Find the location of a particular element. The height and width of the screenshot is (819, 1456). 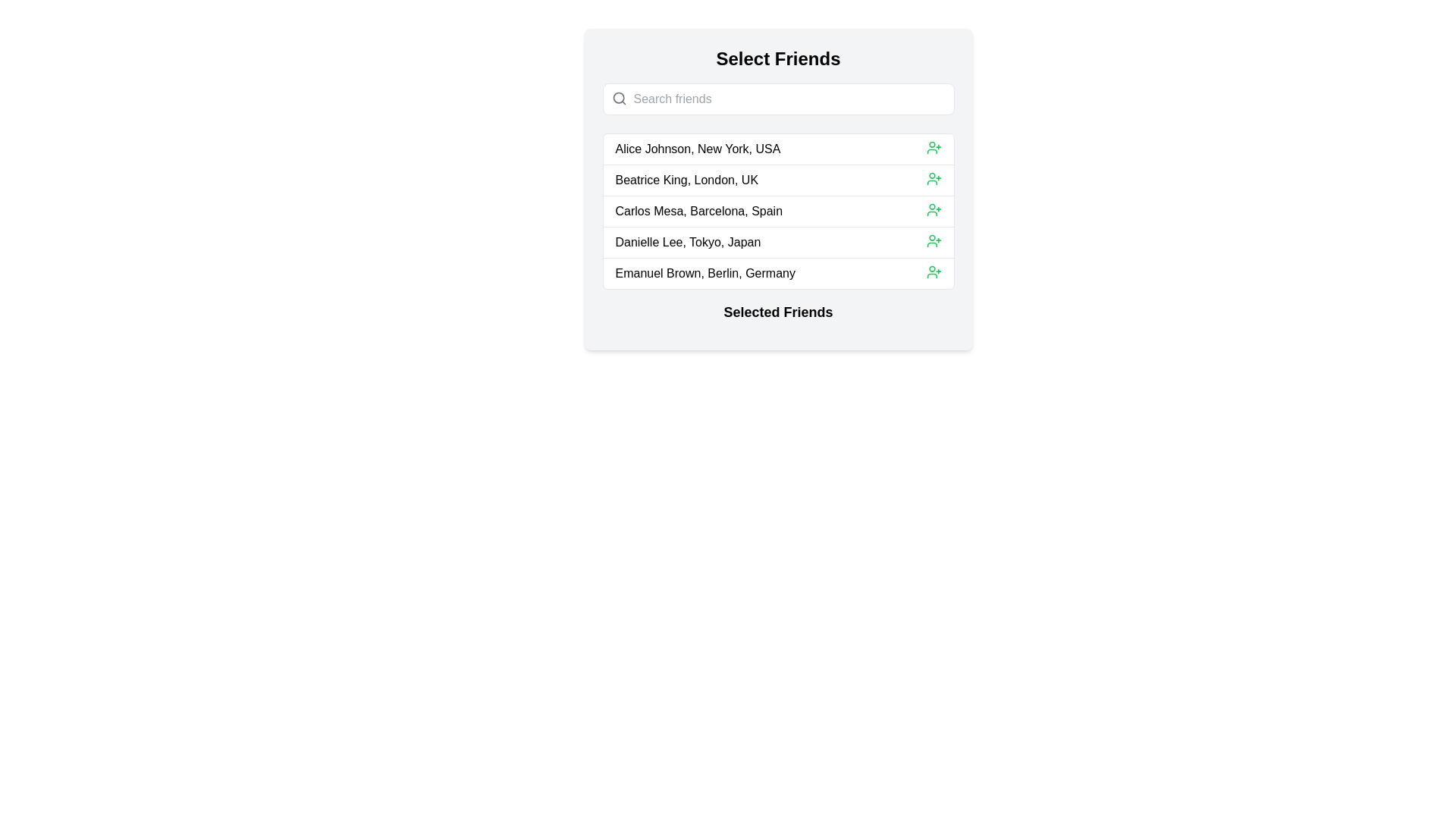

the circular graphical feature located inside the magnifying glass icon in the 'Search friends' placeholder area of the 'Select Friends' panel is located at coordinates (618, 98).